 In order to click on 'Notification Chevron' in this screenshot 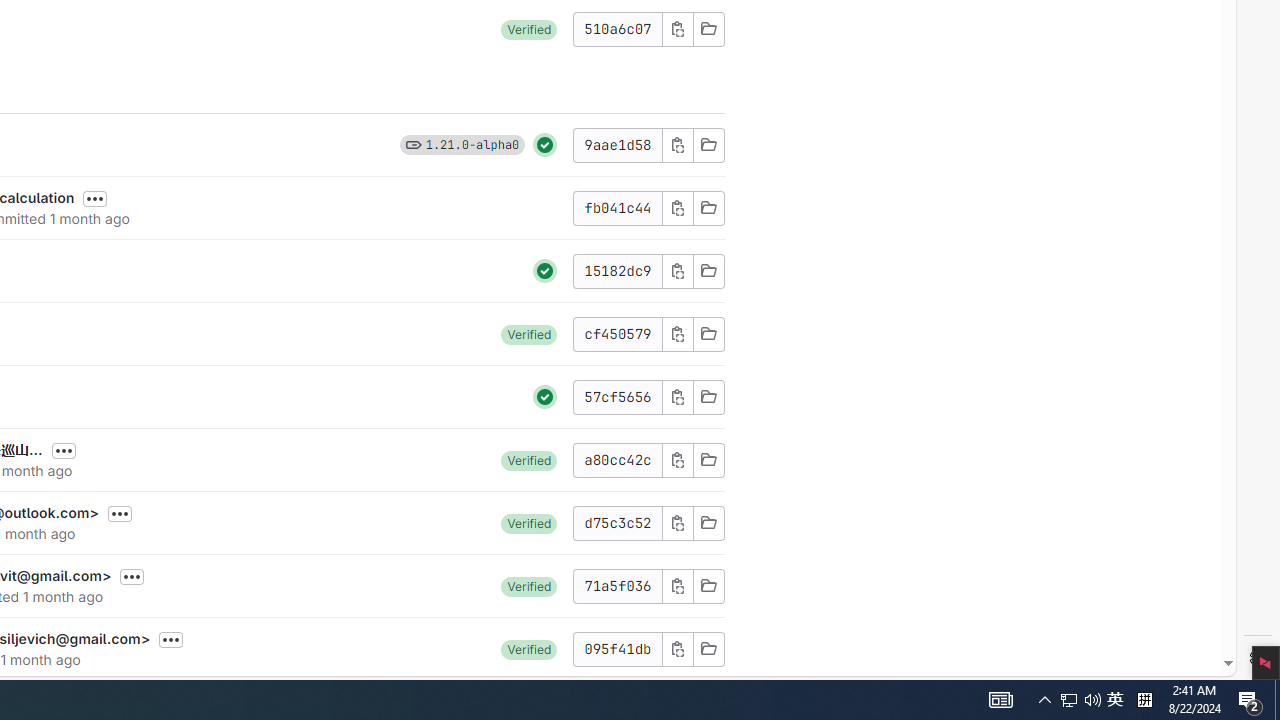, I will do `click(1044, 698)`.